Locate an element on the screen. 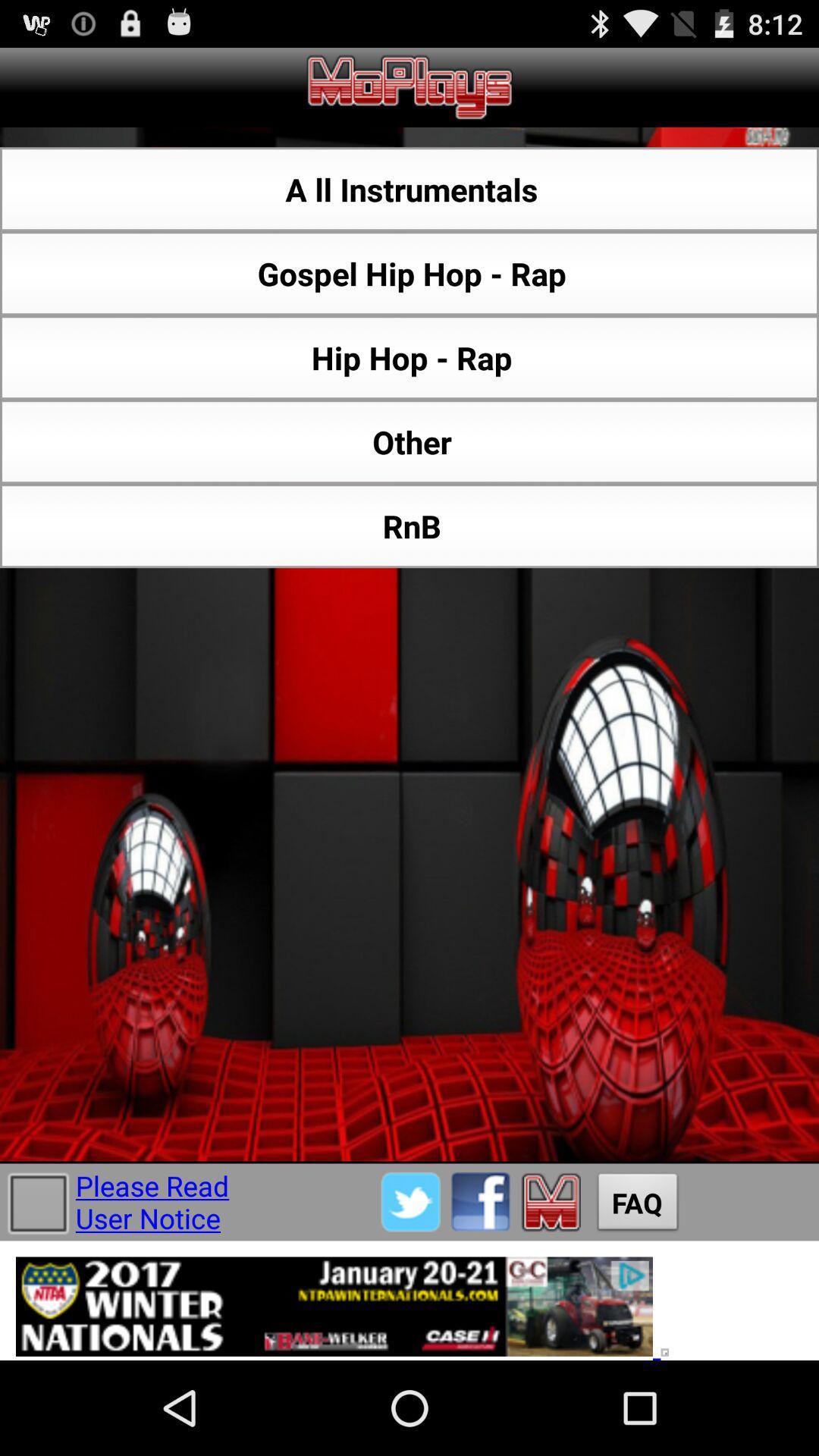 This screenshot has height=1456, width=819. advertisement is located at coordinates (409, 1300).